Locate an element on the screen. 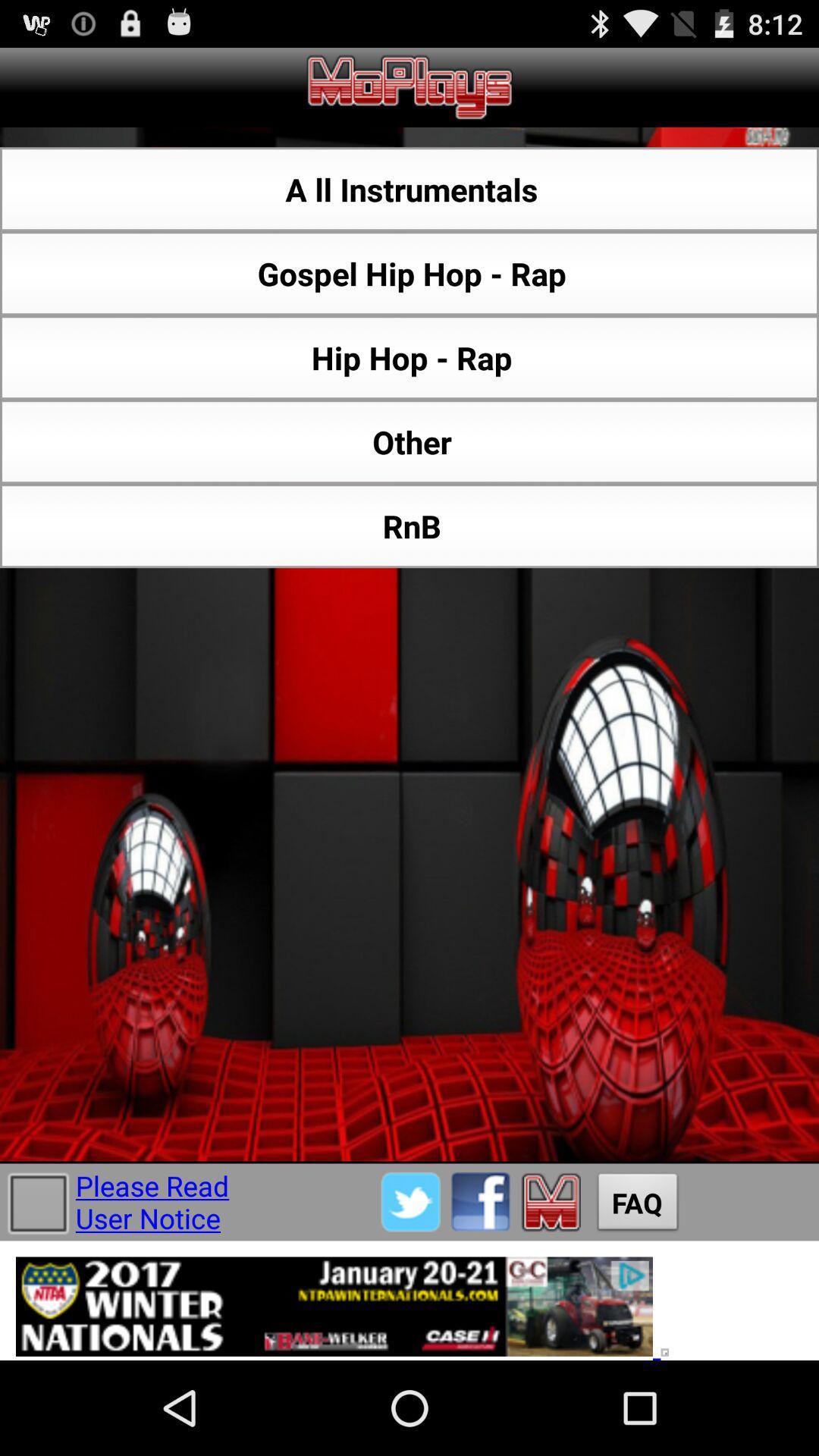 This screenshot has height=1456, width=819. advertisement is located at coordinates (409, 1300).